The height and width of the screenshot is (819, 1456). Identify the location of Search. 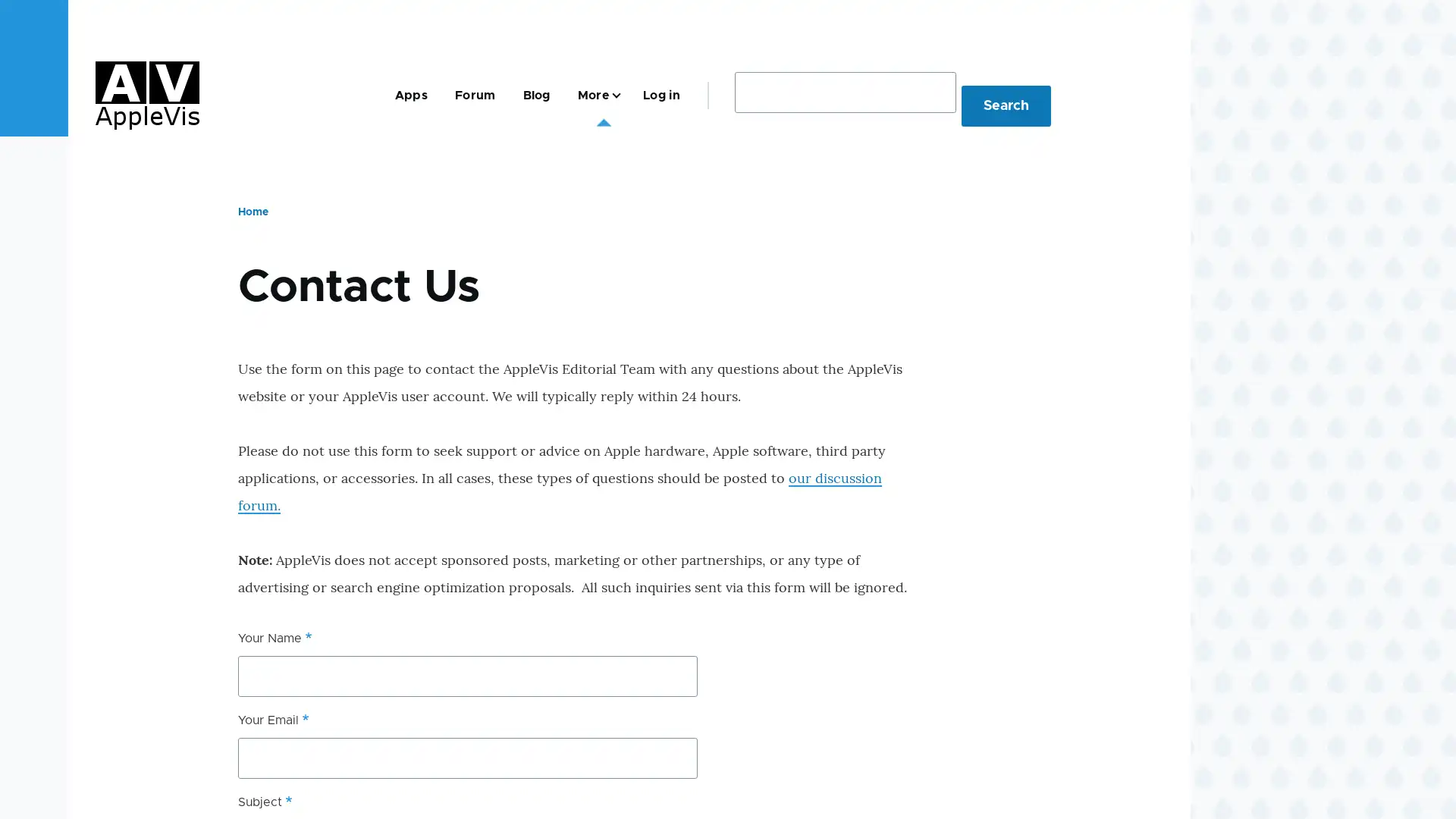
(1006, 104).